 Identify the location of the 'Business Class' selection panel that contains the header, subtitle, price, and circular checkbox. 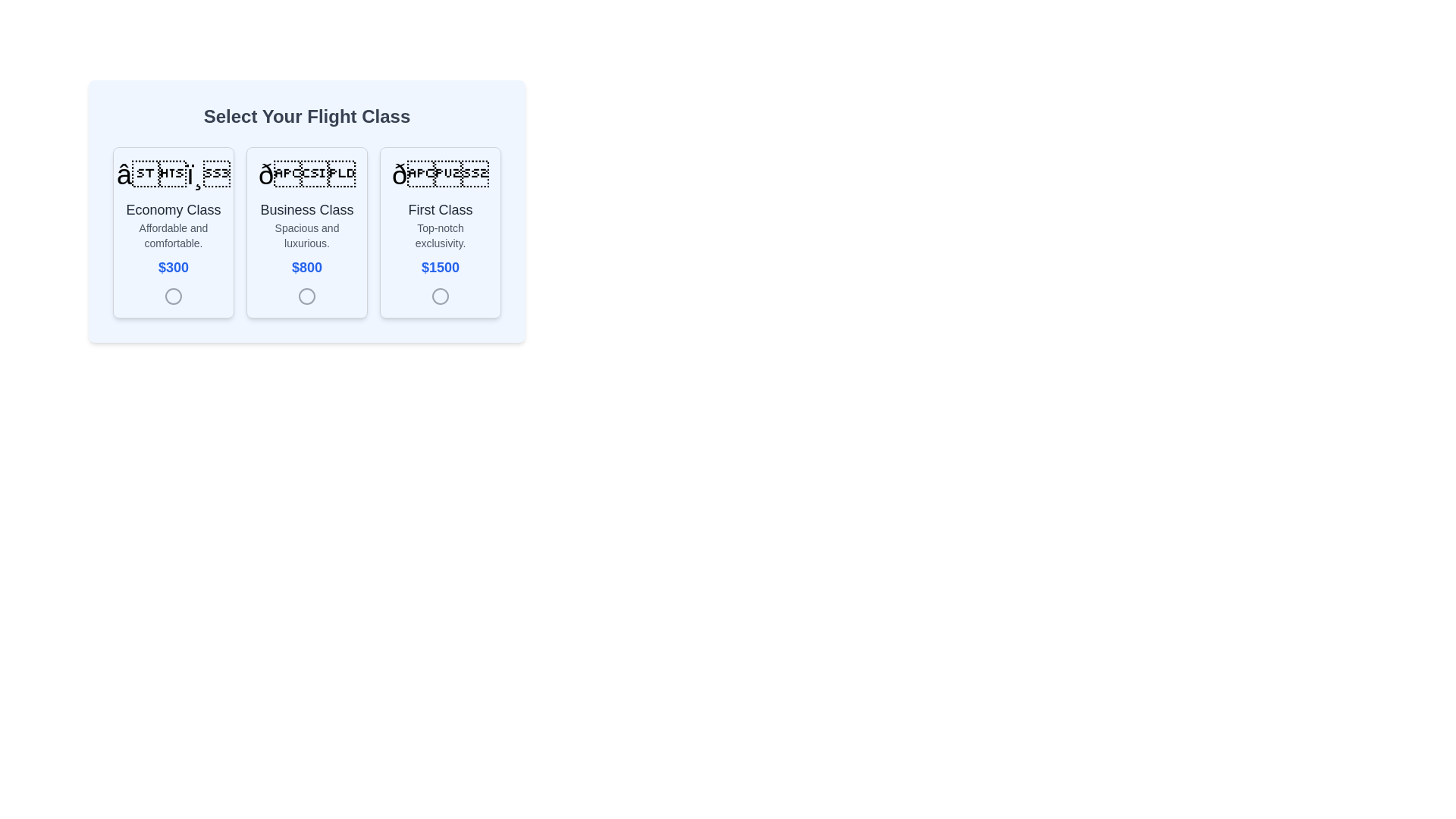
(306, 233).